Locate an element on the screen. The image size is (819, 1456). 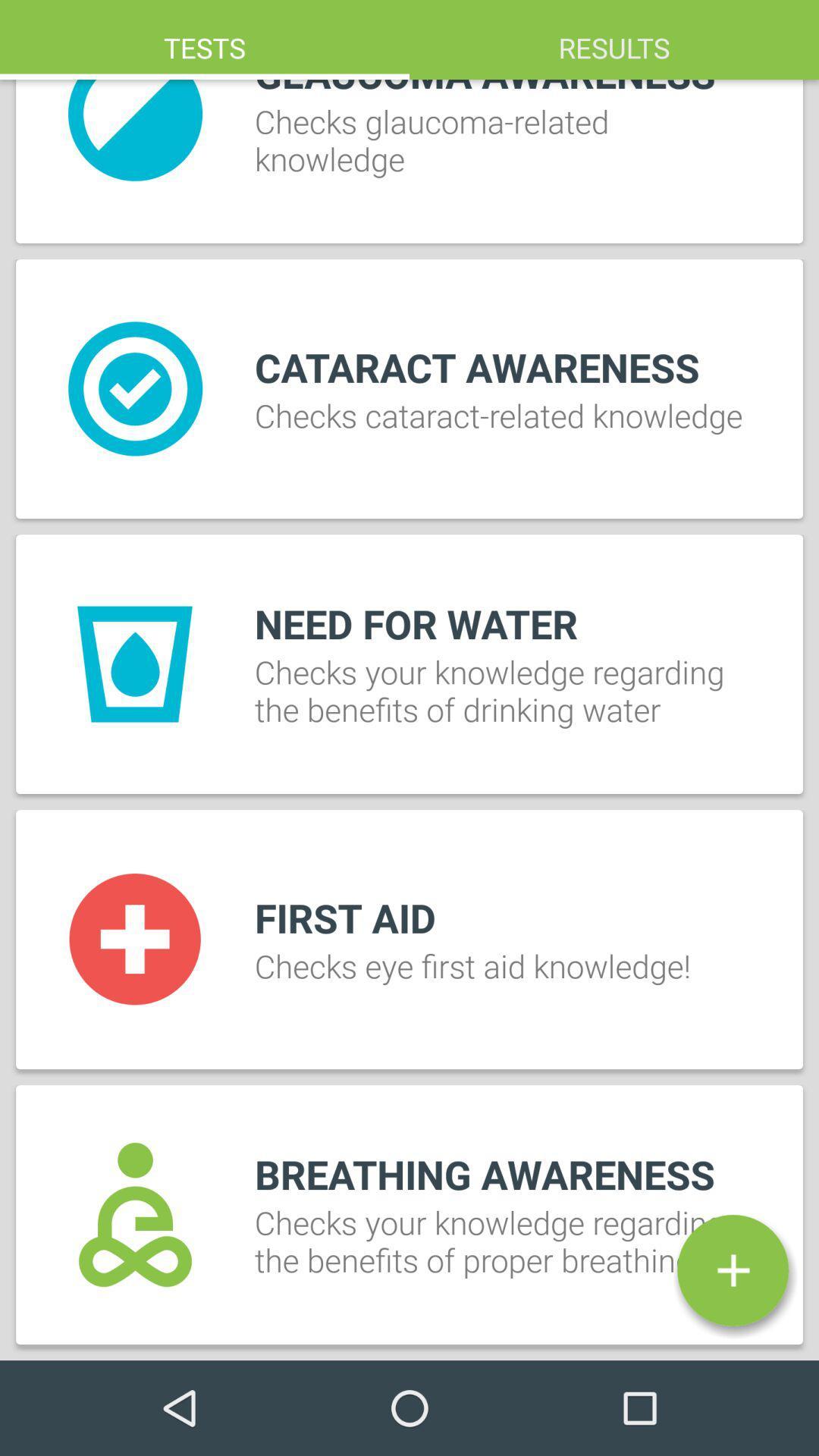
the results icon is located at coordinates (614, 39).